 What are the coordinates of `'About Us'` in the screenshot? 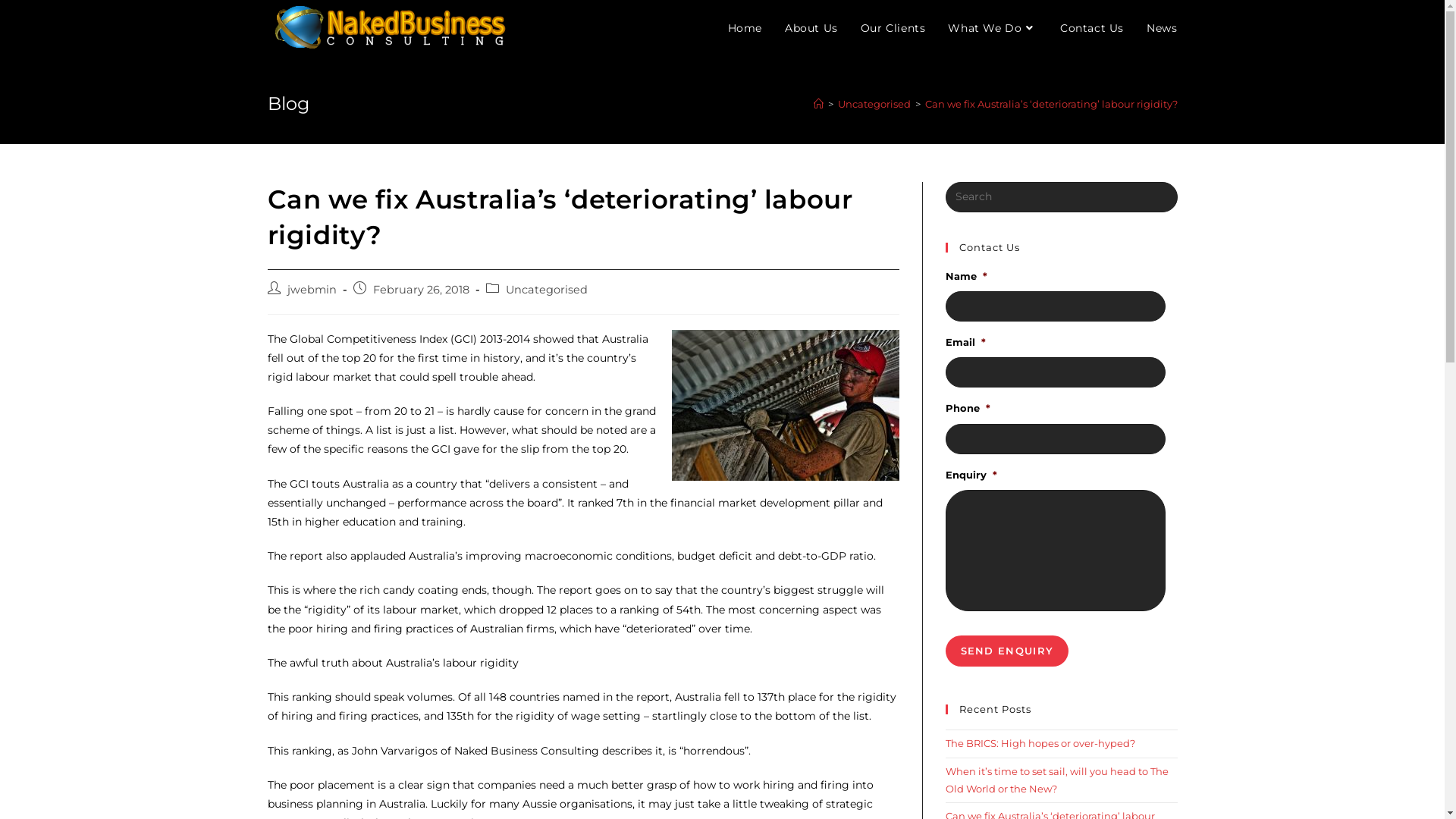 It's located at (811, 28).